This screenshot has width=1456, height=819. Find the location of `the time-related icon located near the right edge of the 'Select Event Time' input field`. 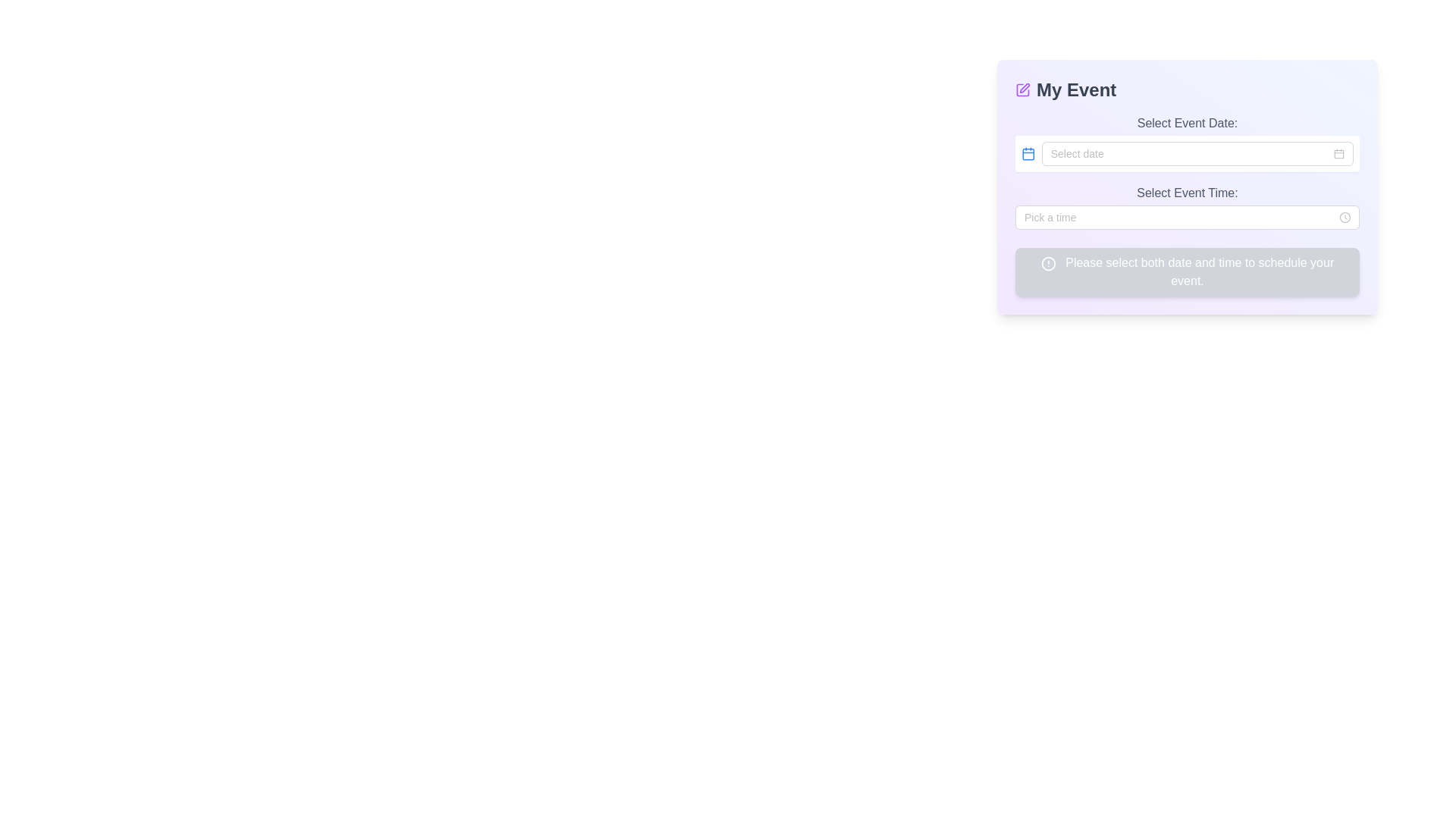

the time-related icon located near the right edge of the 'Select Event Time' input field is located at coordinates (1345, 217).